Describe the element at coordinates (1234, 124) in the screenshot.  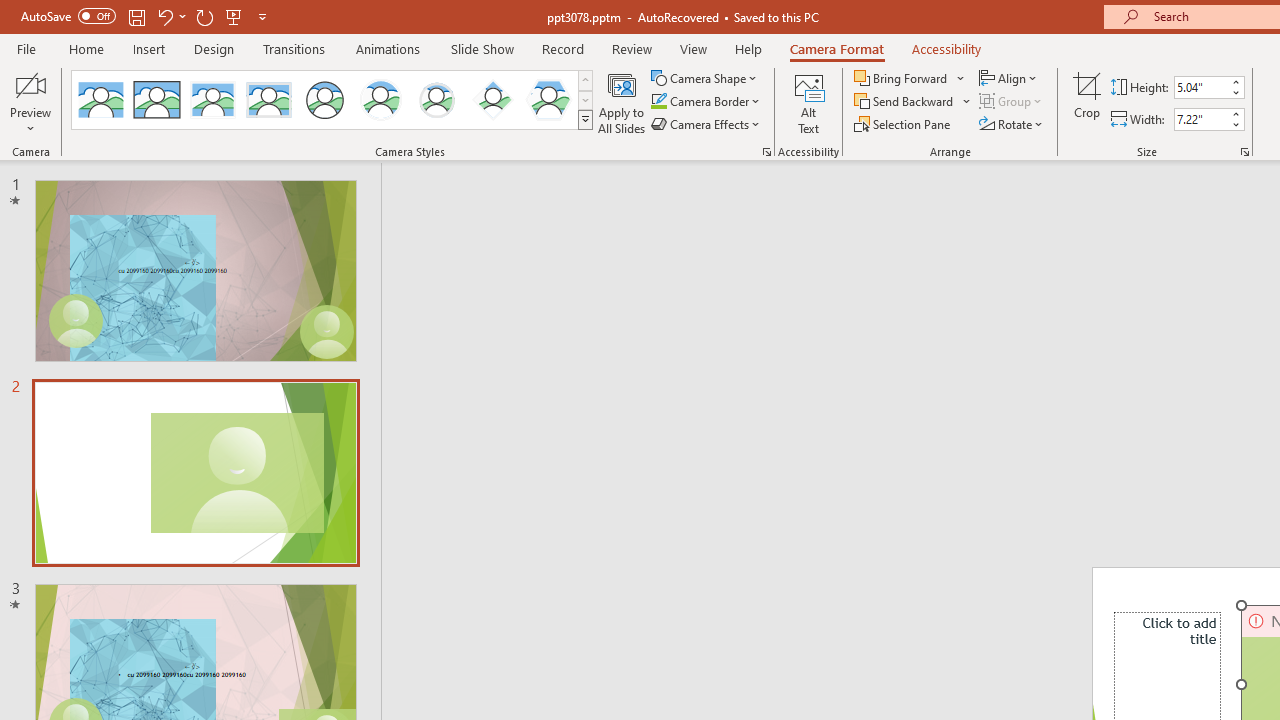
I see `'Less'` at that location.